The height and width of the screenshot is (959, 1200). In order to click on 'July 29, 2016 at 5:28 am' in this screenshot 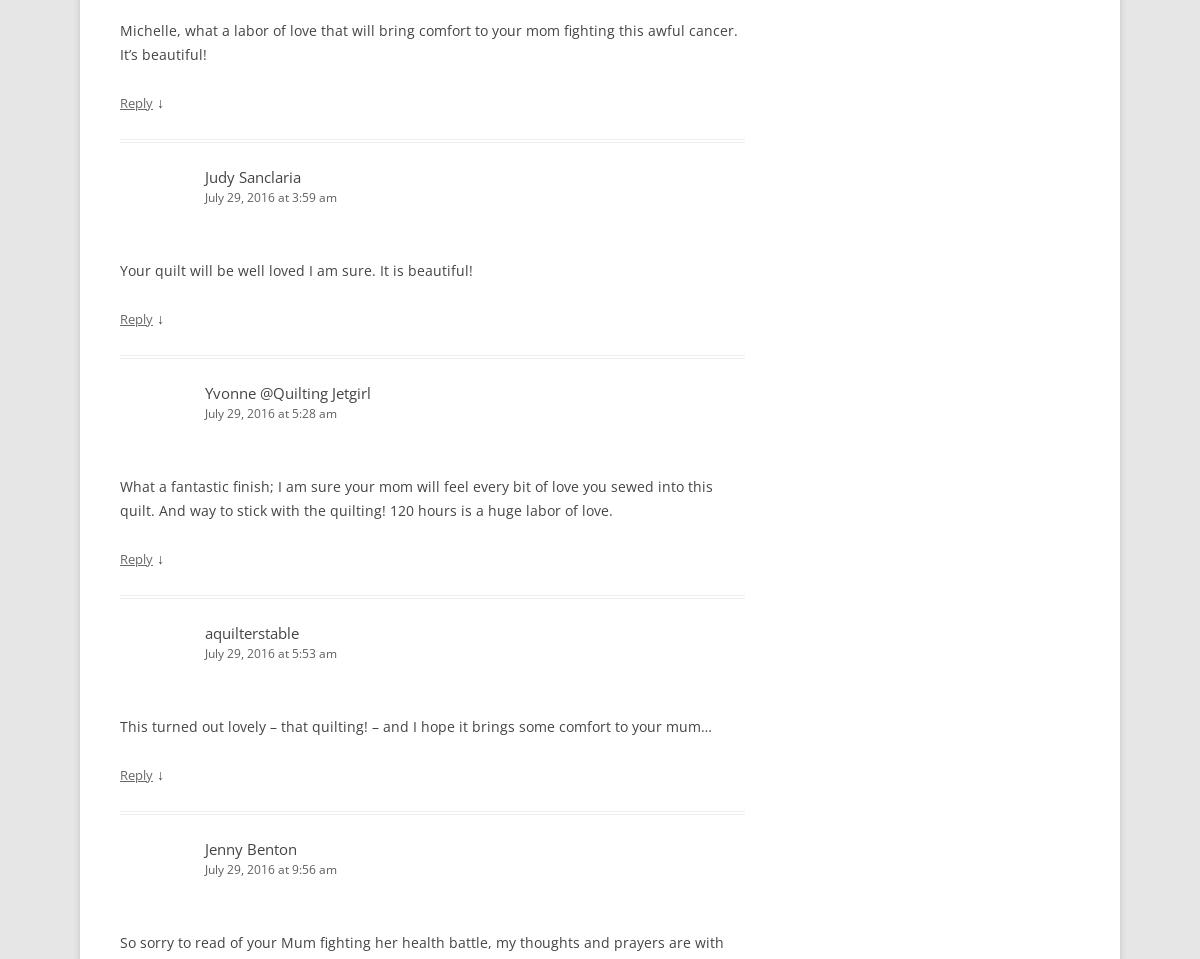, I will do `click(269, 412)`.